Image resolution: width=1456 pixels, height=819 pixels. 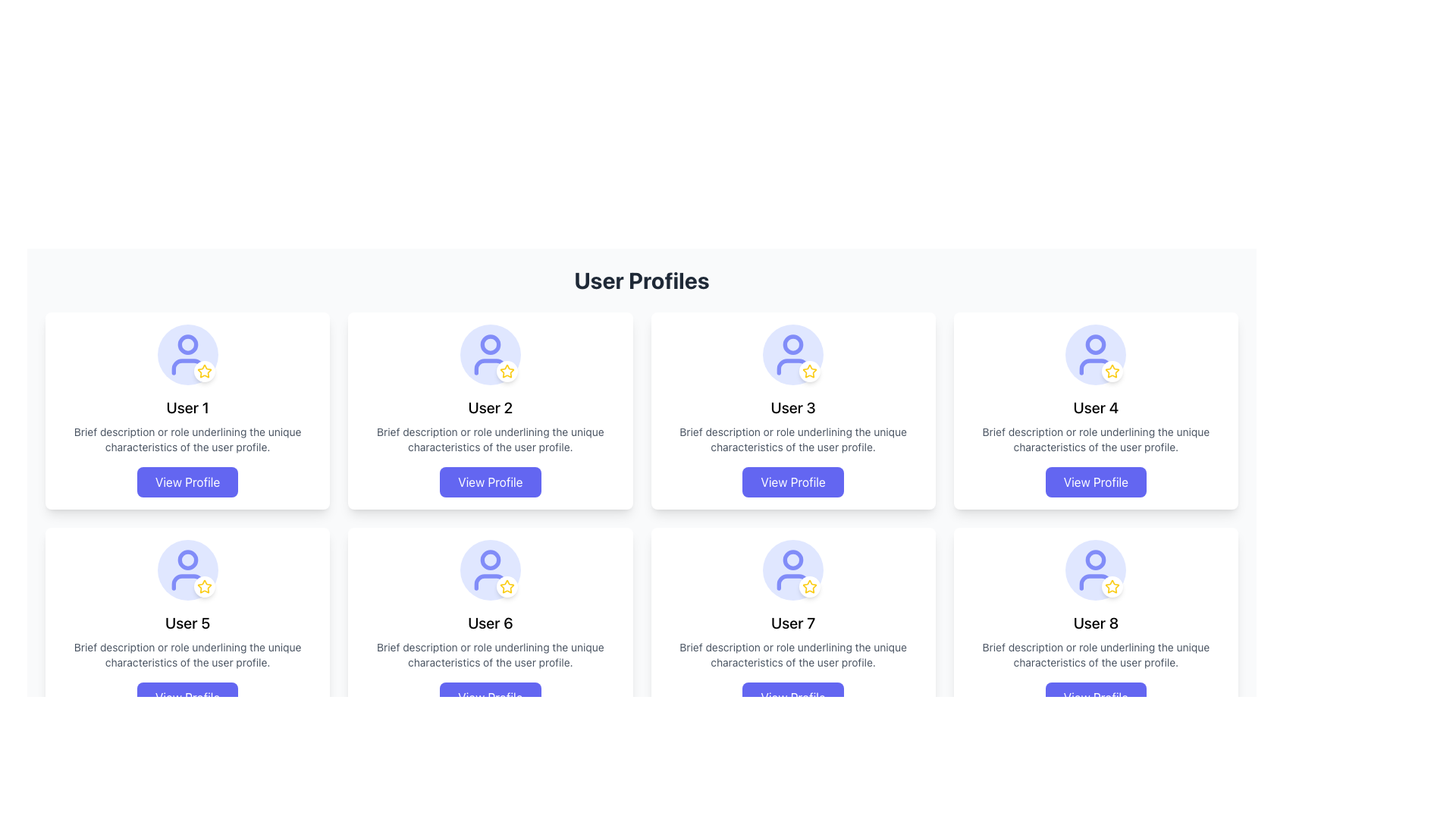 What do you see at coordinates (490, 354) in the screenshot?
I see `the decorative SVG image representing the user profile symbol within the 'User 2' profile card, located in the second column of the first row of the grid` at bounding box center [490, 354].